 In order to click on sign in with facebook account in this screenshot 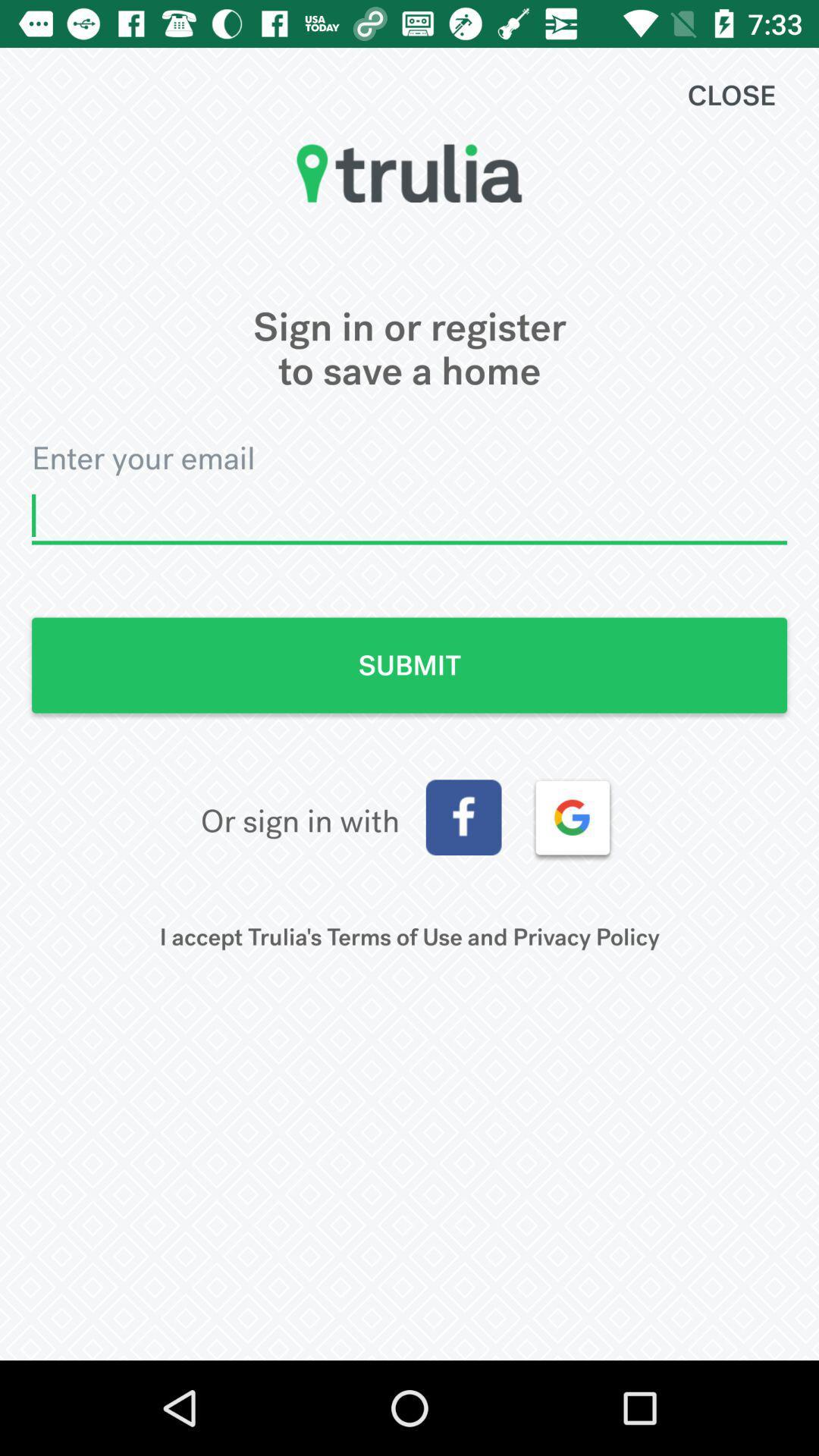, I will do `click(463, 817)`.